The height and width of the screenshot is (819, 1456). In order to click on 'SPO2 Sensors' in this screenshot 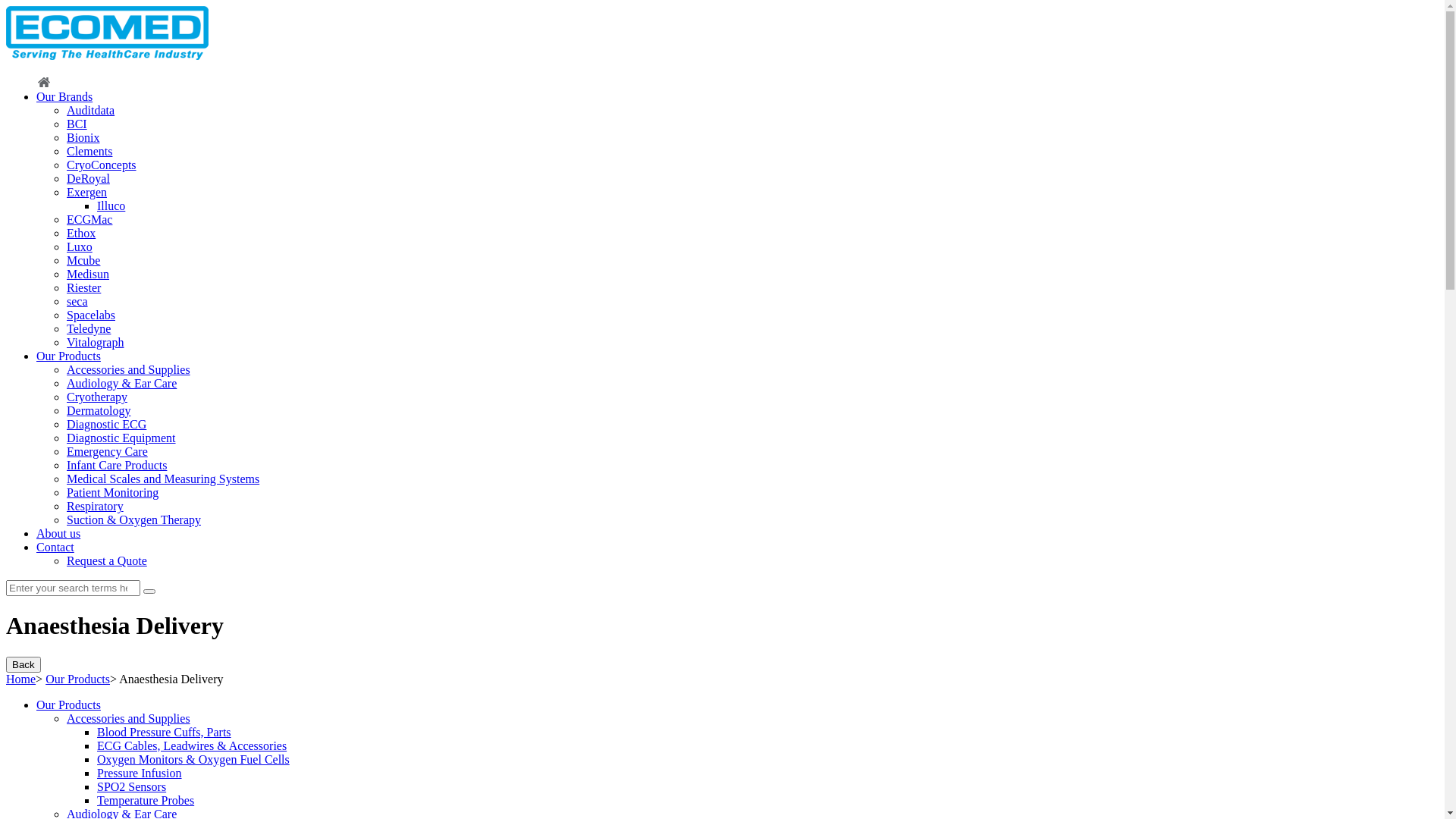, I will do `click(131, 786)`.